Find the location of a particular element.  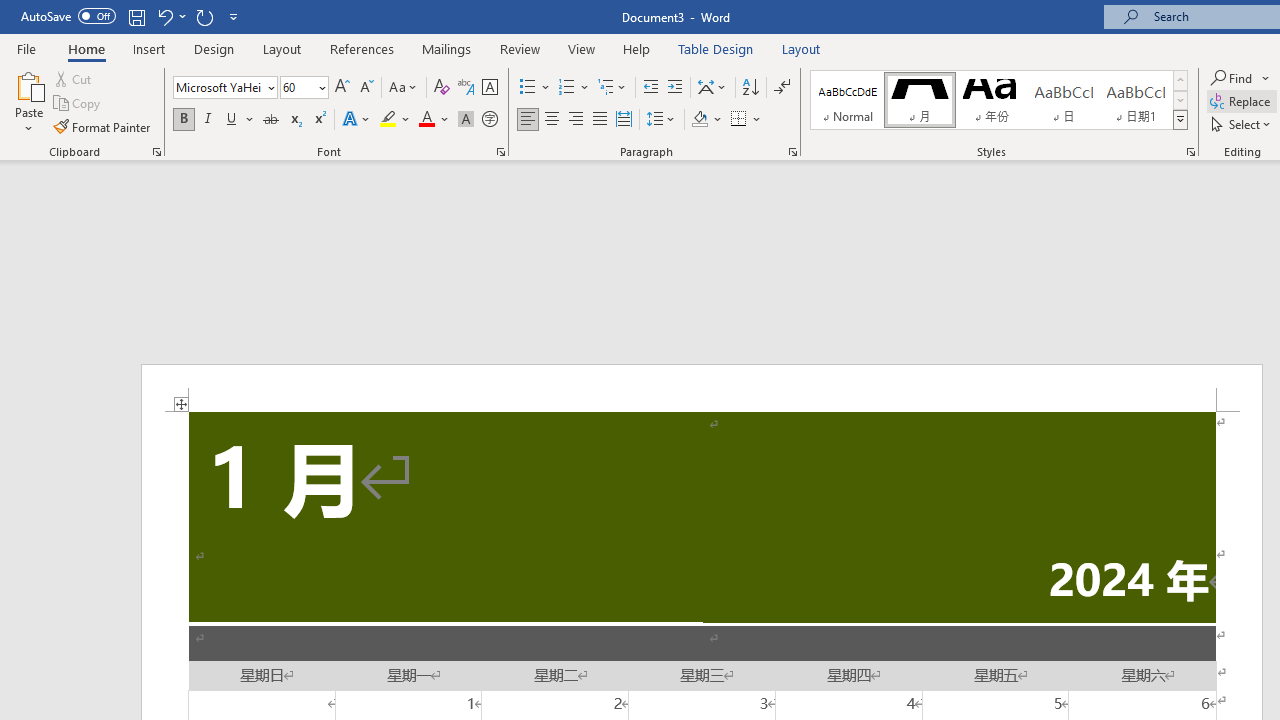

'Save' is located at coordinates (135, 16).